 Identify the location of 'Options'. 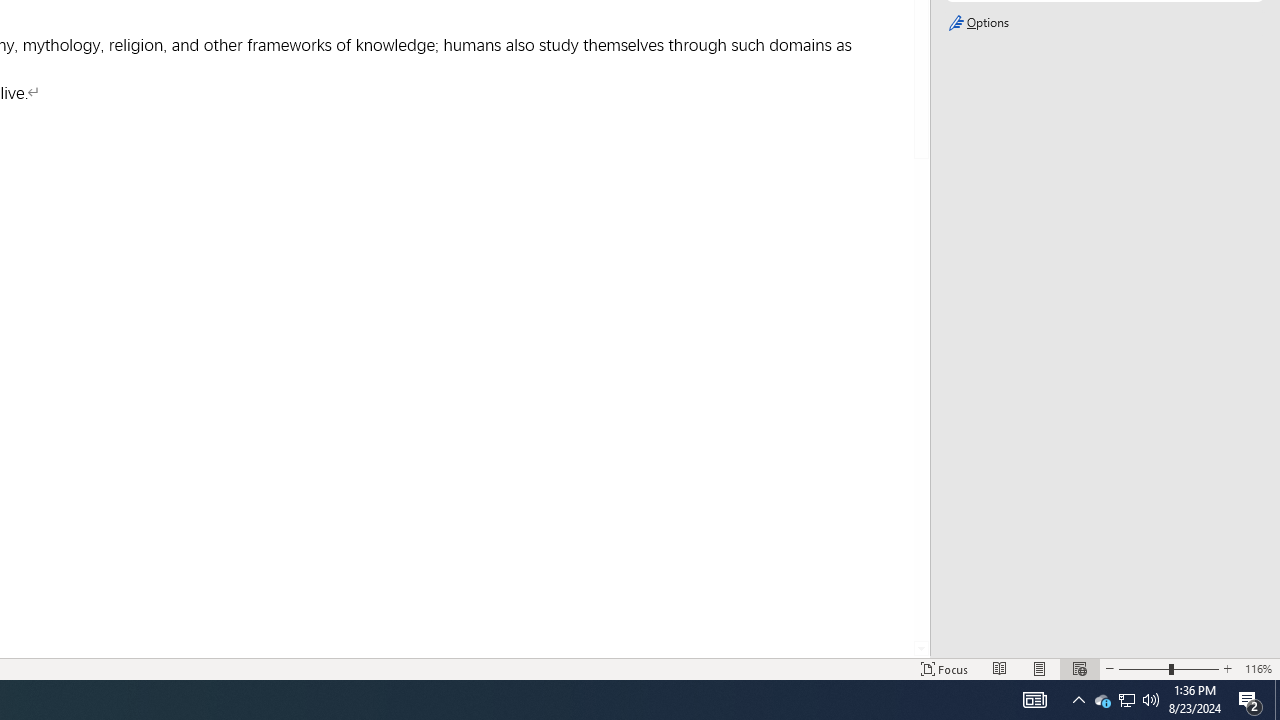
(1103, 23).